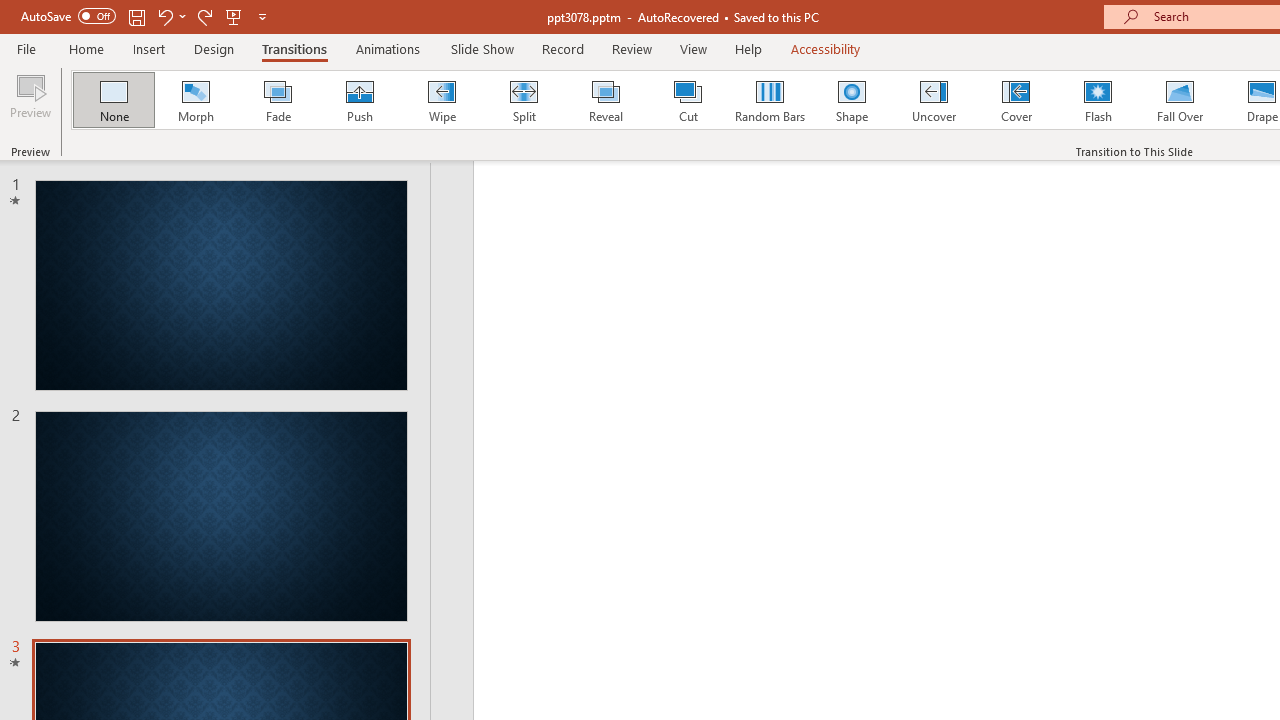  What do you see at coordinates (933, 100) in the screenshot?
I see `'Uncover'` at bounding box center [933, 100].